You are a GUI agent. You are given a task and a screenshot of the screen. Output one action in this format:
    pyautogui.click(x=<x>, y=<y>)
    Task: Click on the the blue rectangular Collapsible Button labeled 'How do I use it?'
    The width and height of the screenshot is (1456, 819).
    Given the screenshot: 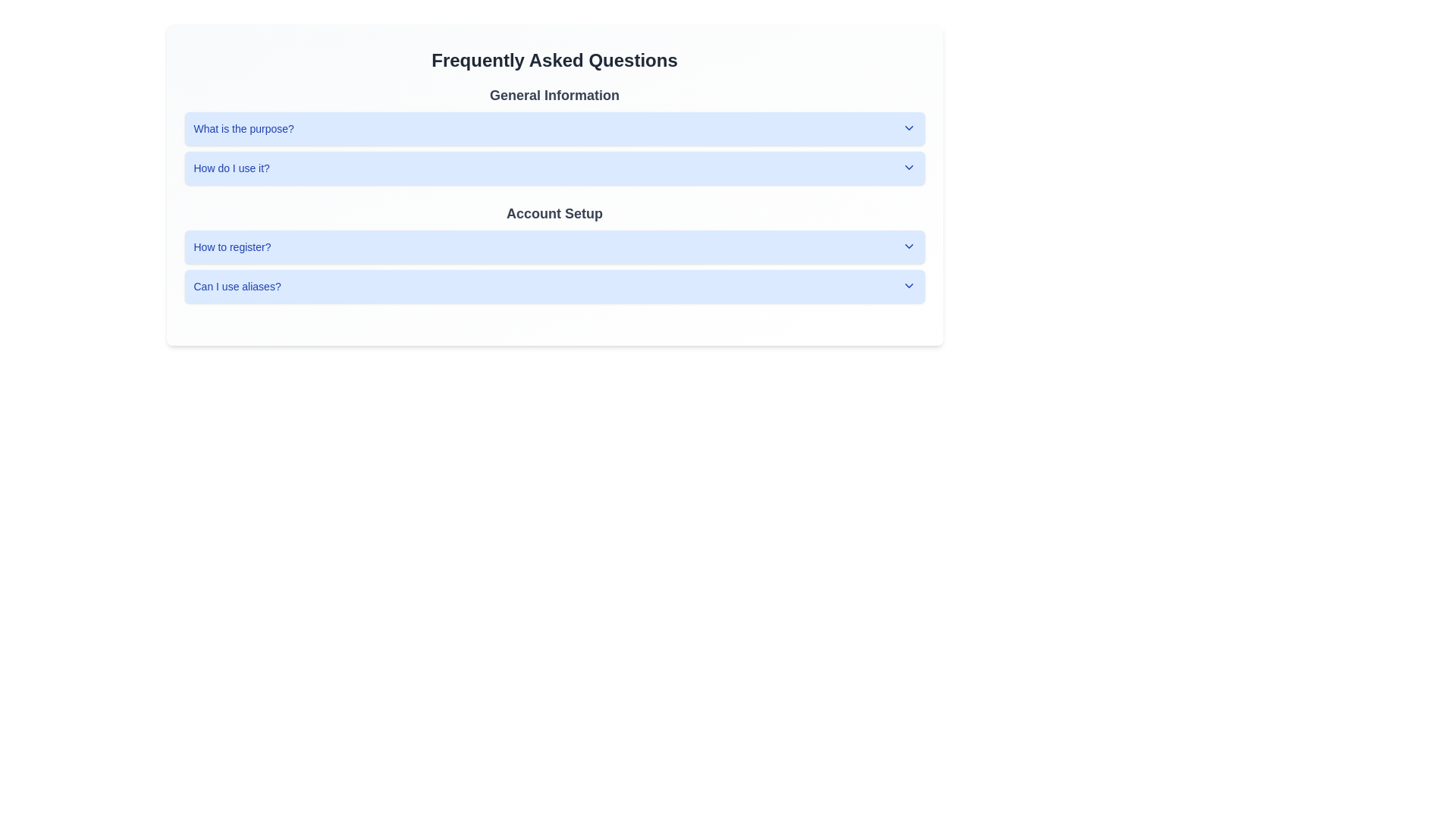 What is the action you would take?
    pyautogui.click(x=554, y=168)
    